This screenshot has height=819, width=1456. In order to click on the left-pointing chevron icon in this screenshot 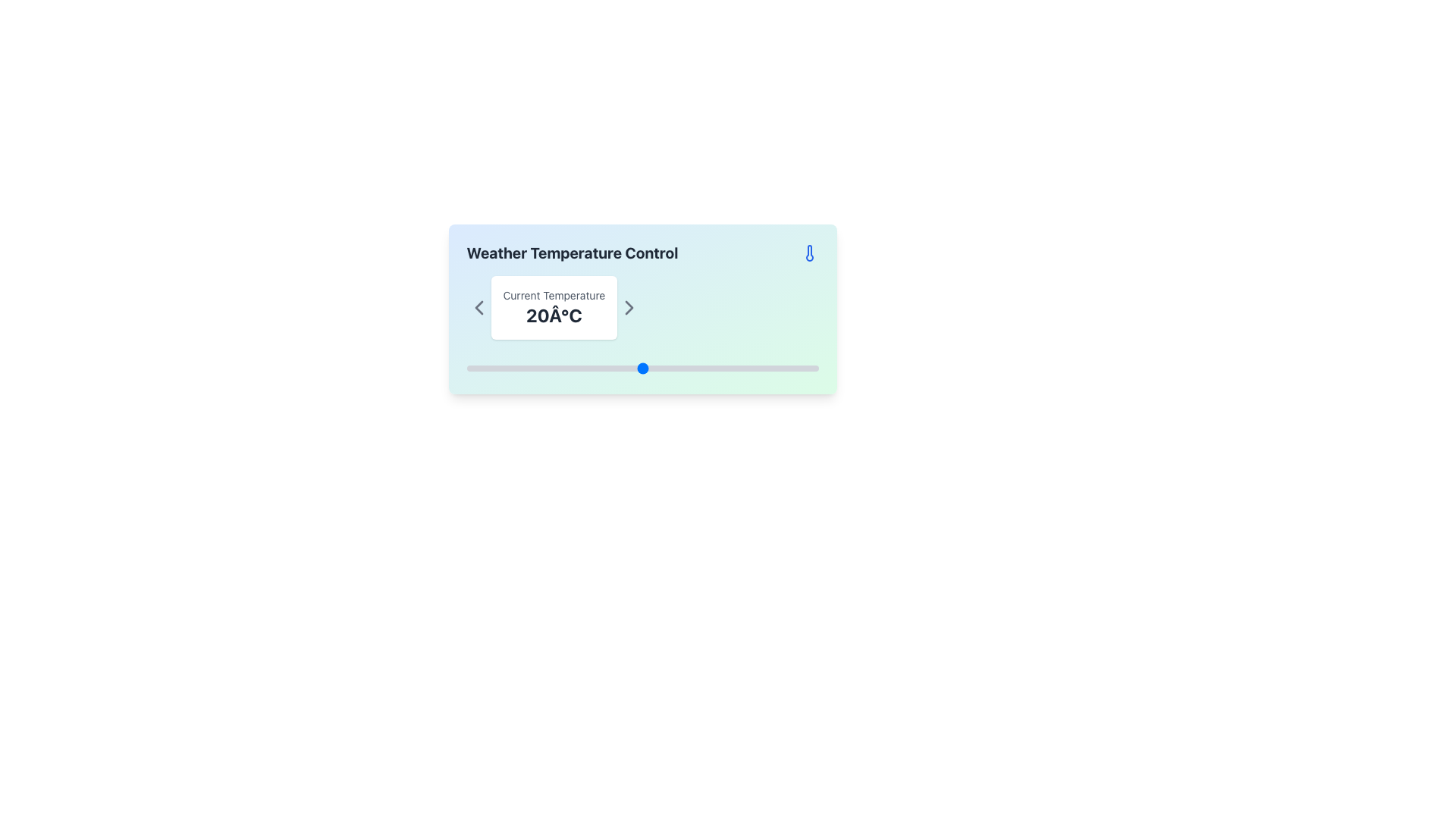, I will do `click(478, 307)`.